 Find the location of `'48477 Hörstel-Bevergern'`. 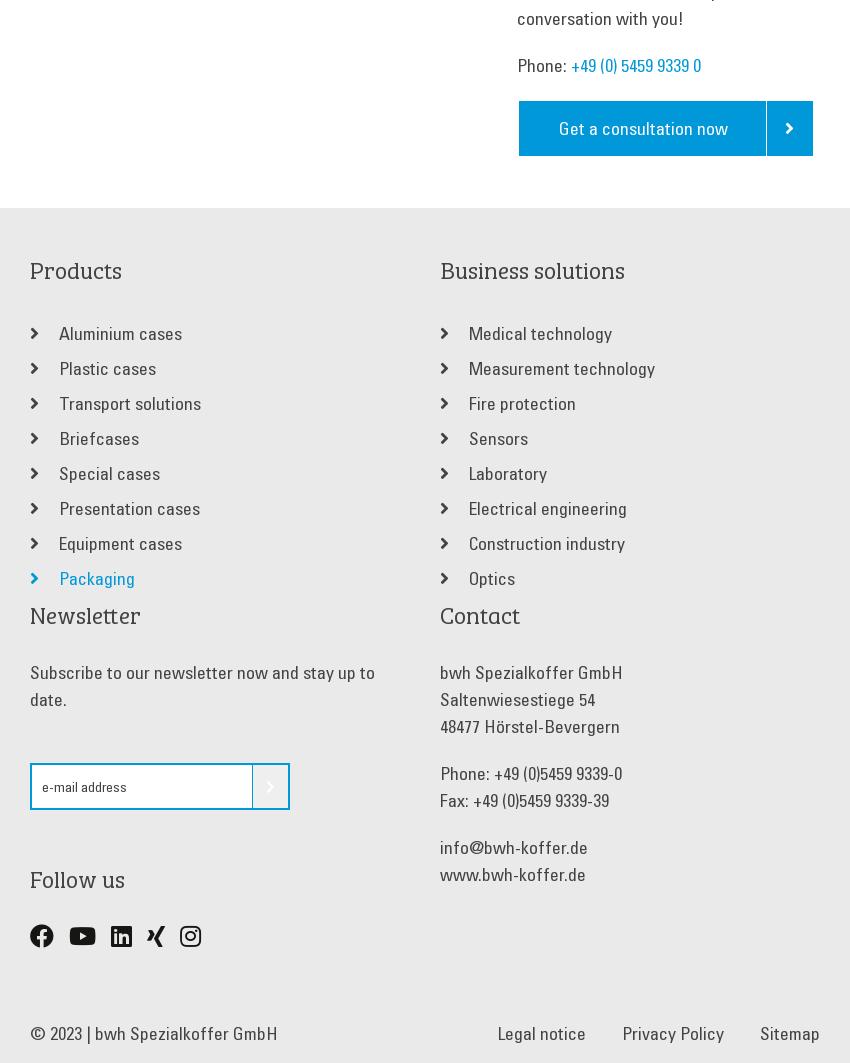

'48477 Hörstel-Bevergern' is located at coordinates (528, 725).